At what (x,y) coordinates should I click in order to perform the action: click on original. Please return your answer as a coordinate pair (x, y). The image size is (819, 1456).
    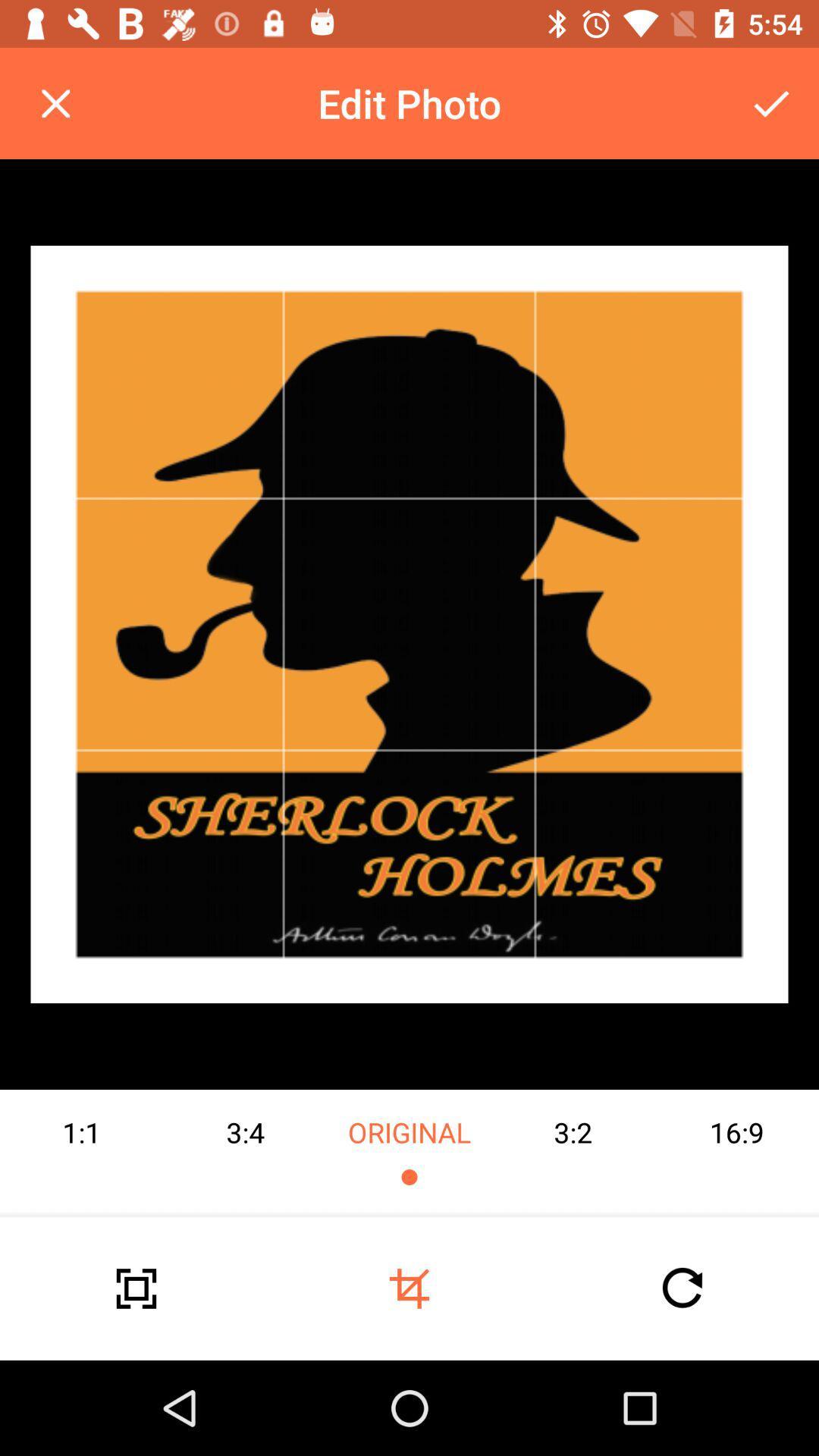
    Looking at the image, I should click on (409, 1153).